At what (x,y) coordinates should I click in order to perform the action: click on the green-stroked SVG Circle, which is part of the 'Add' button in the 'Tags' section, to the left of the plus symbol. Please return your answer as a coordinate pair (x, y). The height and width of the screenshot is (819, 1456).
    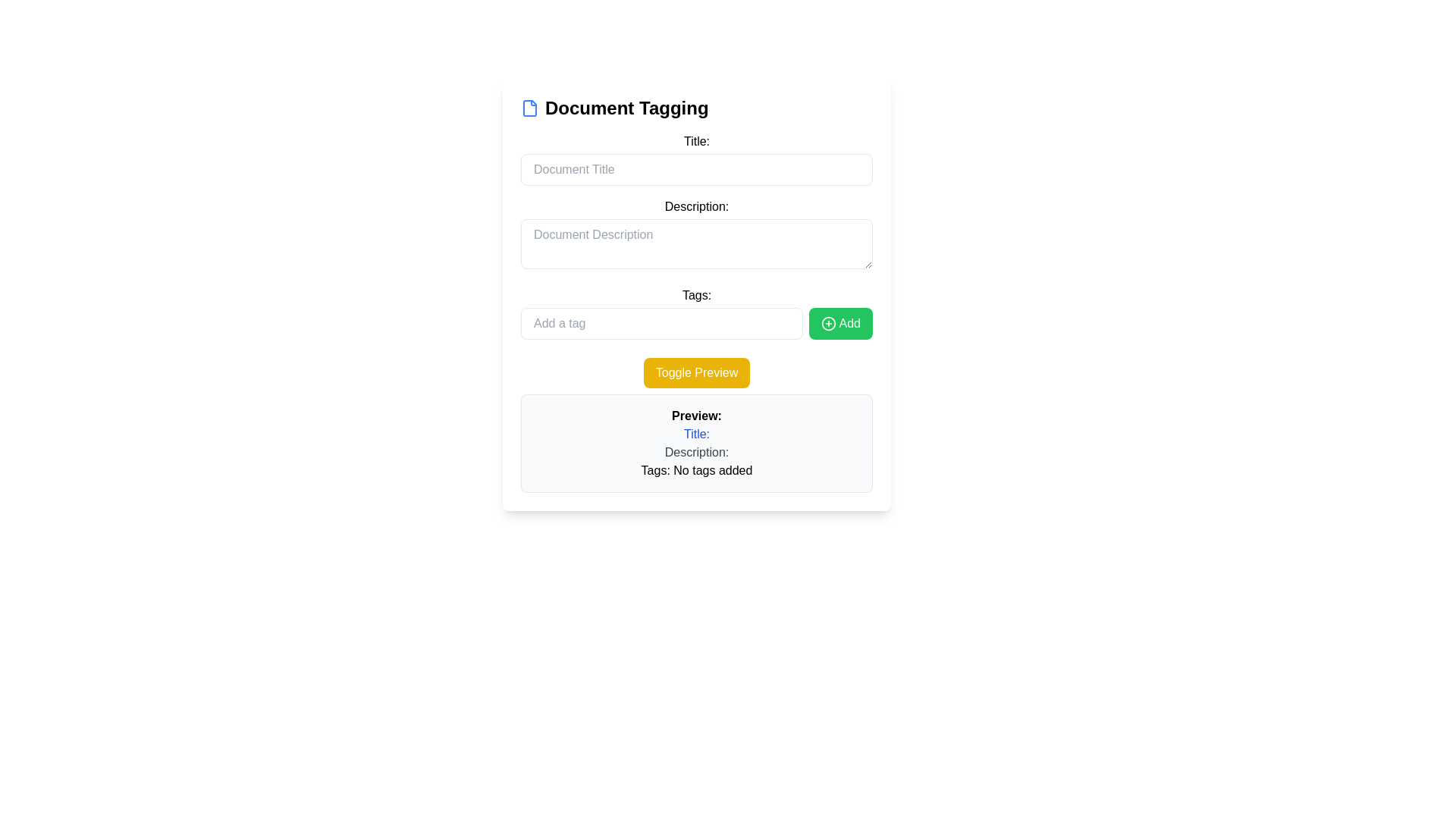
    Looking at the image, I should click on (827, 323).